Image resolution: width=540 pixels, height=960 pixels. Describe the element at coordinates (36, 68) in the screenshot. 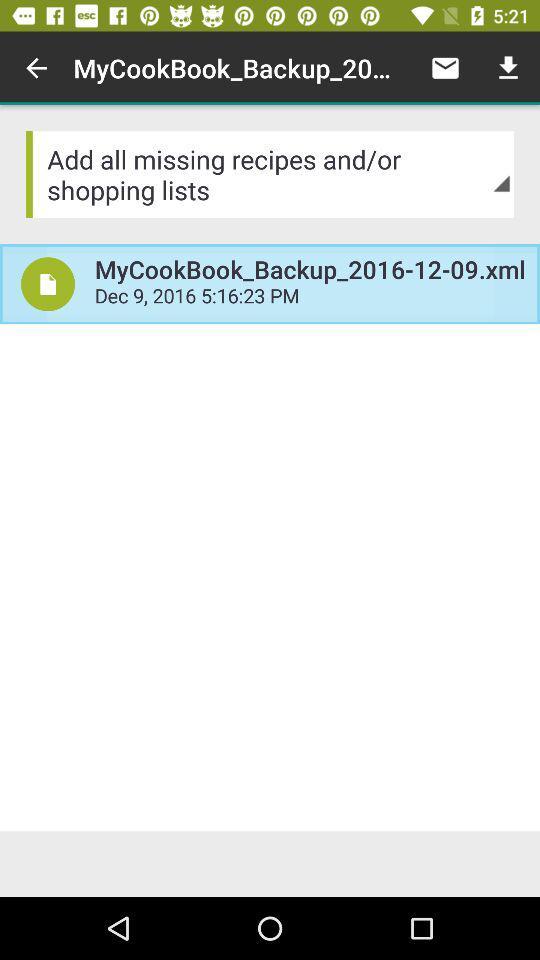

I see `icon to the left of mycookbook_backup_2016 12 09 item` at that location.